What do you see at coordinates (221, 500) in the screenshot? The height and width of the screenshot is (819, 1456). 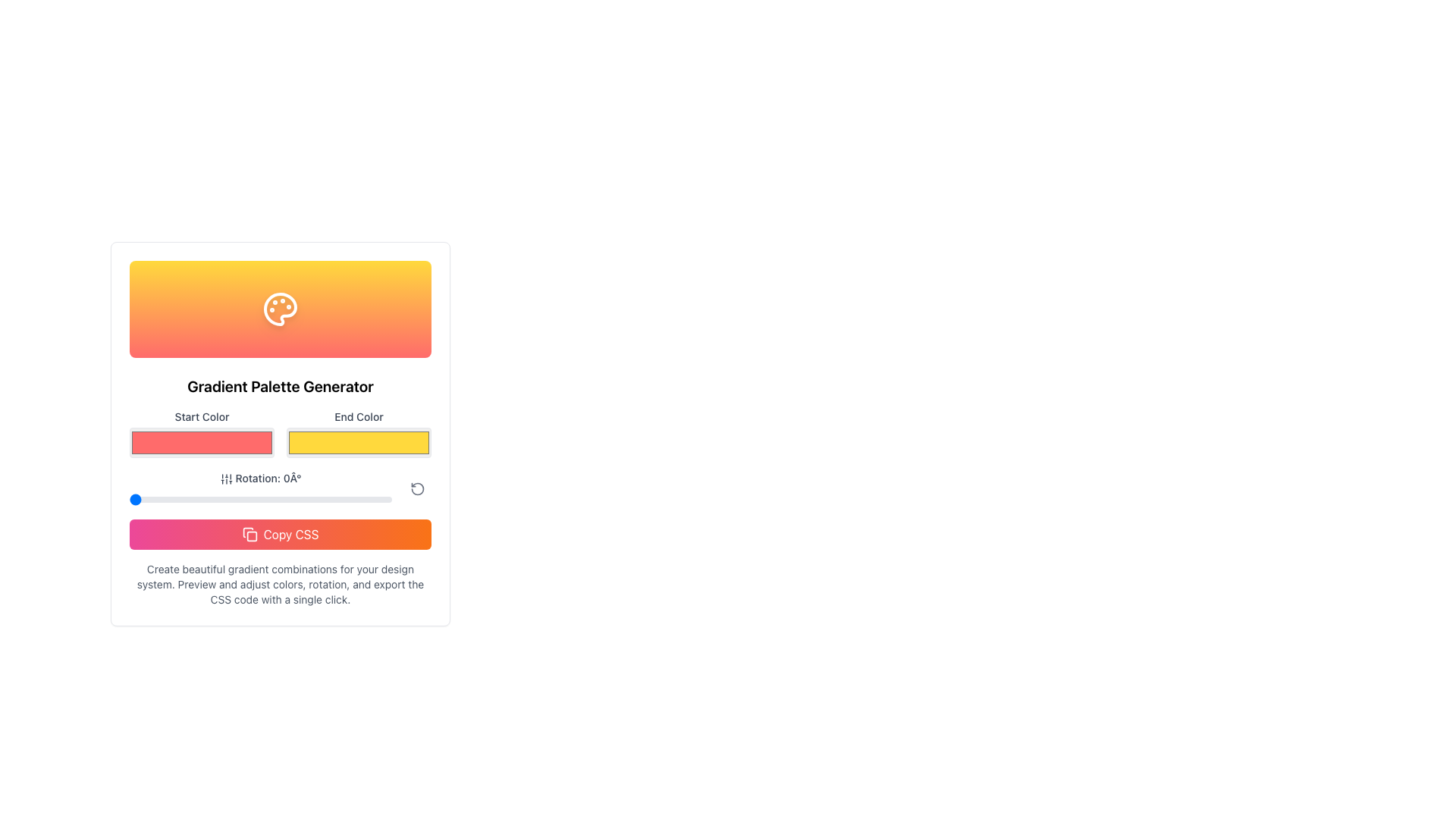 I see `the rotation` at bounding box center [221, 500].